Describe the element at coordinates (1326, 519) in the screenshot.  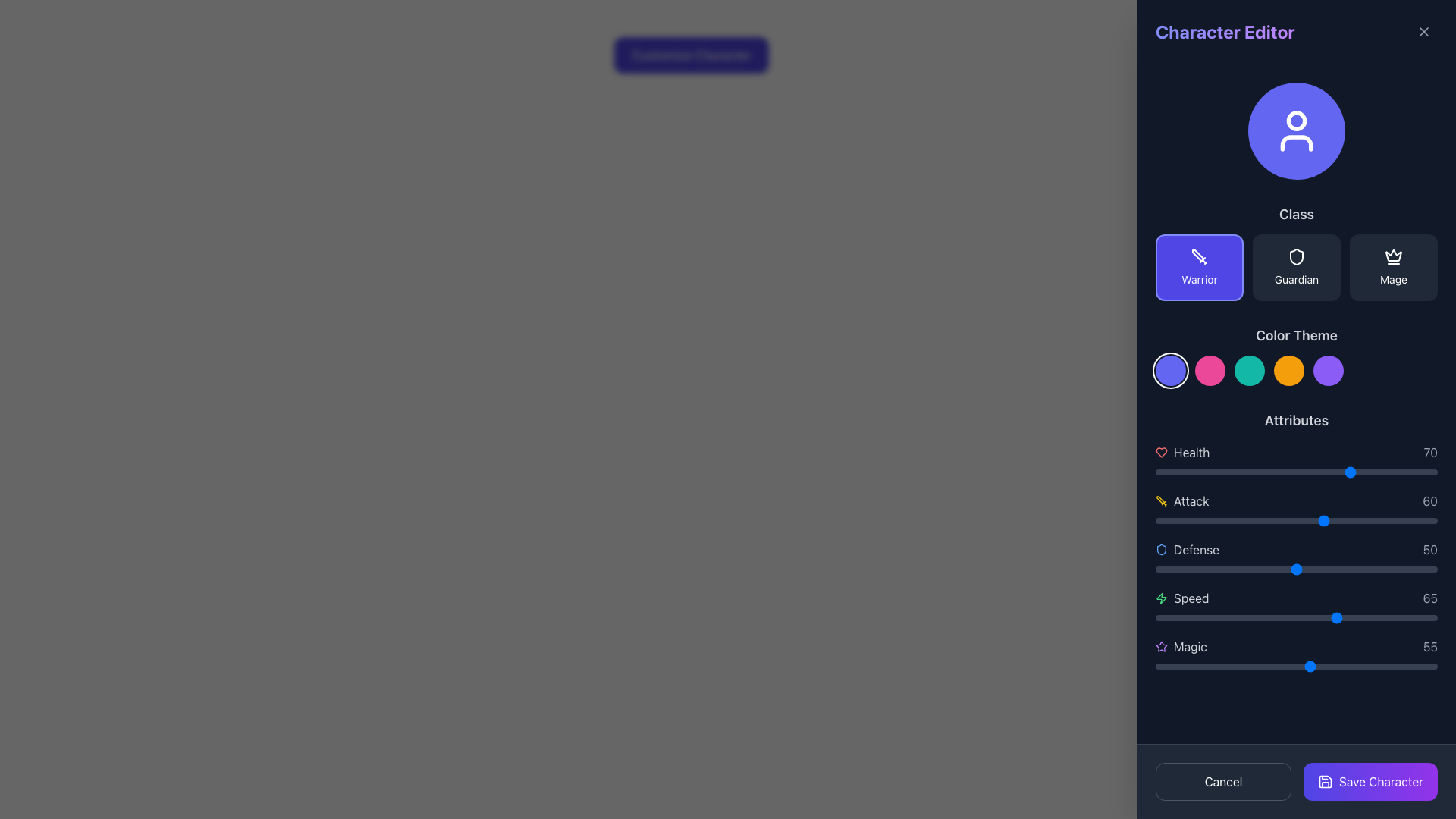
I see `the Attack attribute` at that location.